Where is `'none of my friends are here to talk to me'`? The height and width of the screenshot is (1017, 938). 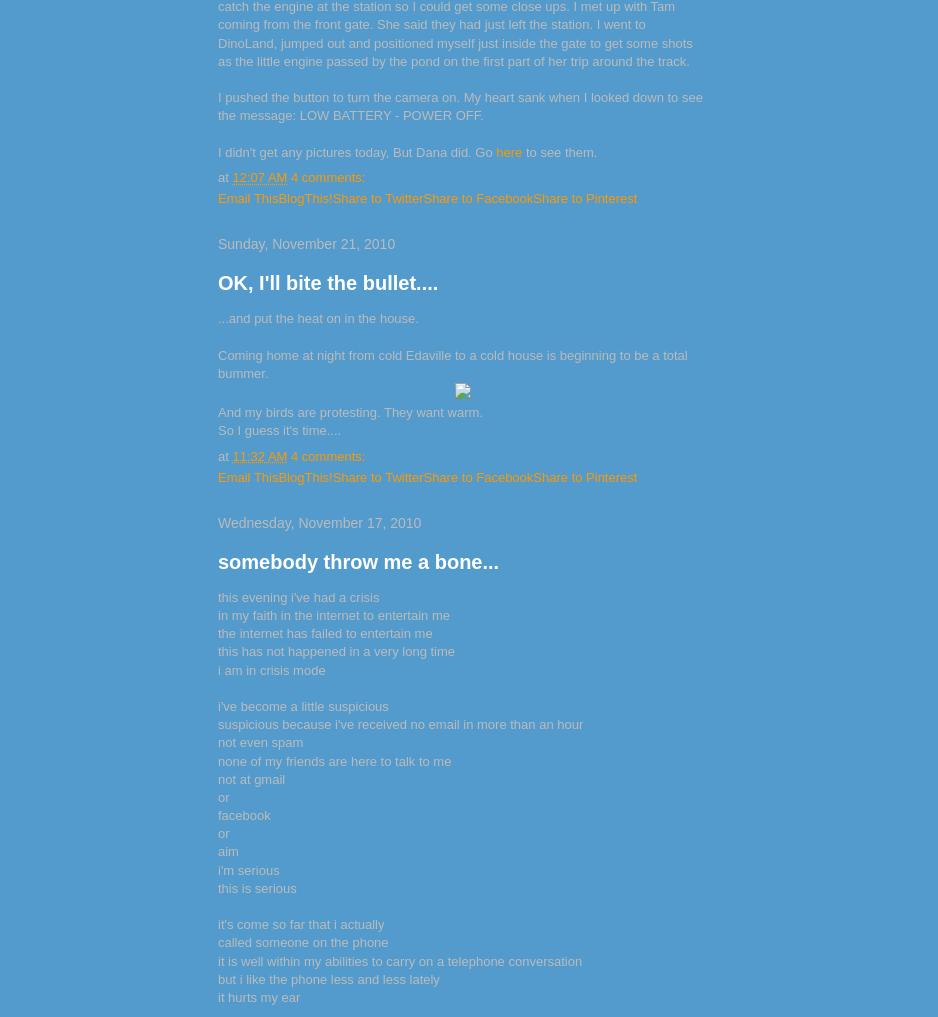
'none of my friends are here to talk to me' is located at coordinates (333, 760).